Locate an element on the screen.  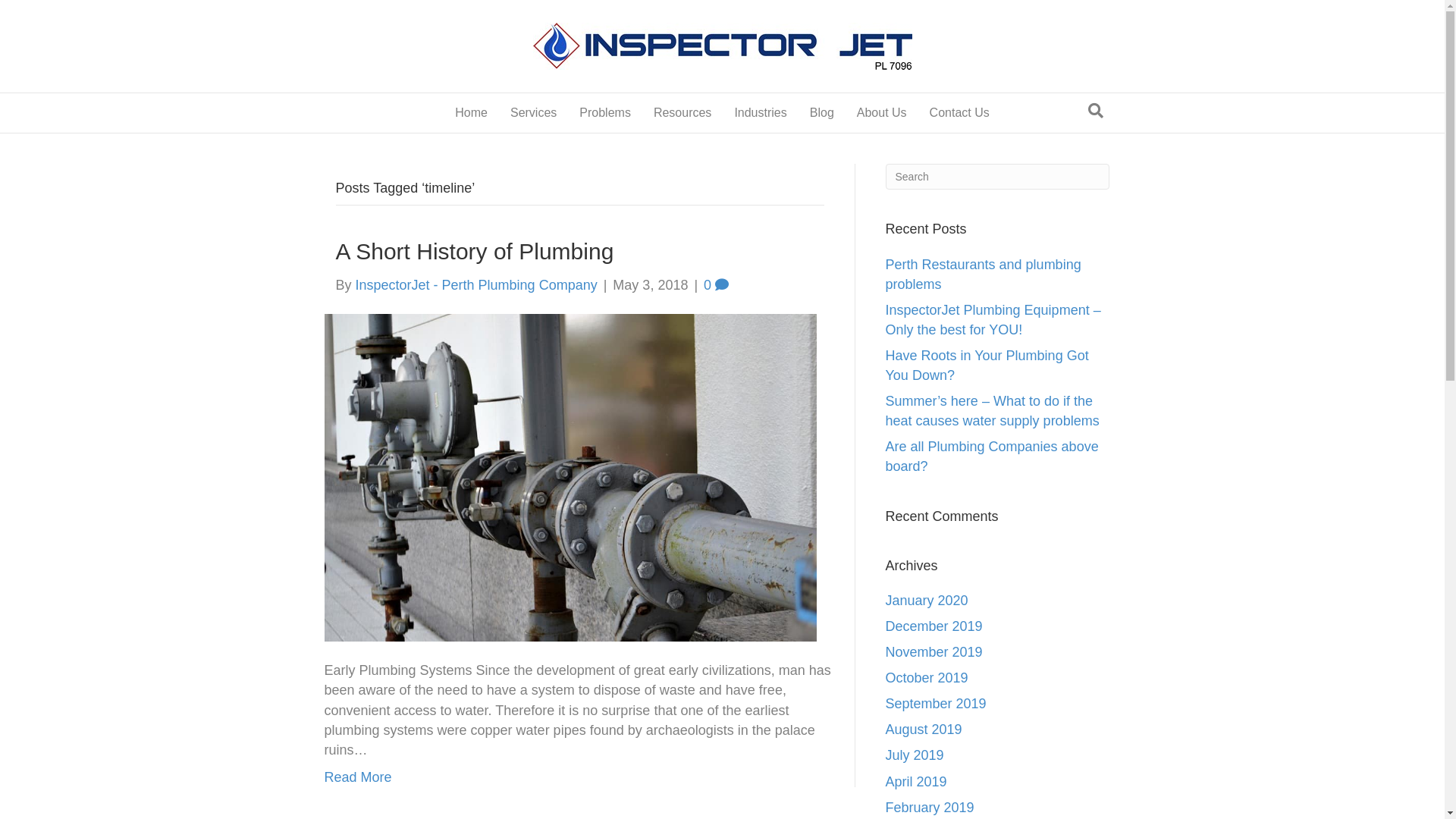
'Problems' is located at coordinates (604, 112).